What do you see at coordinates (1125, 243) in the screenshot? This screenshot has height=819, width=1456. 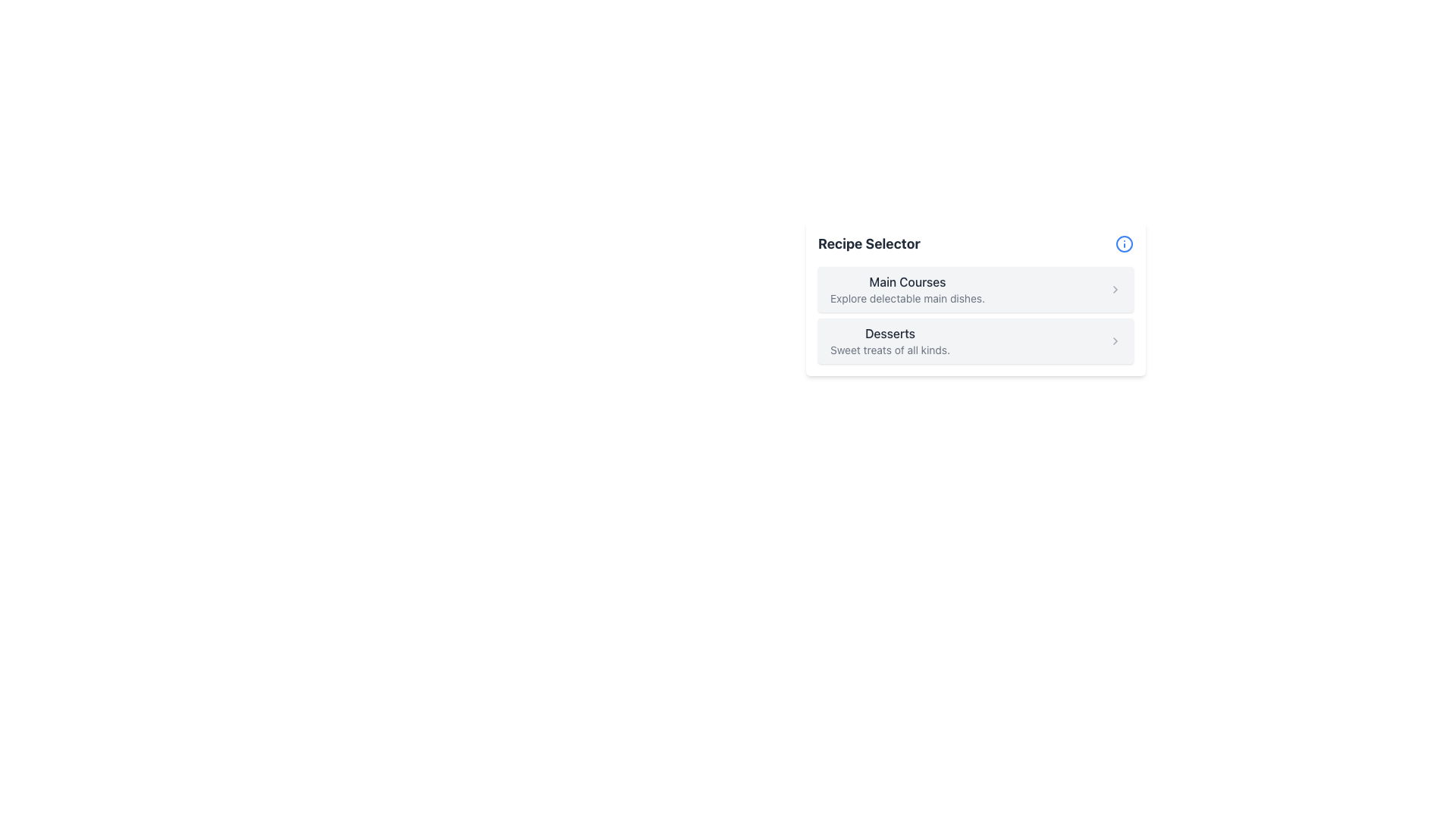 I see `the Information Icon located in the top-right corner of the 'Recipe Selector' section, adjacent to the title text 'Recipe Selector'` at bounding box center [1125, 243].